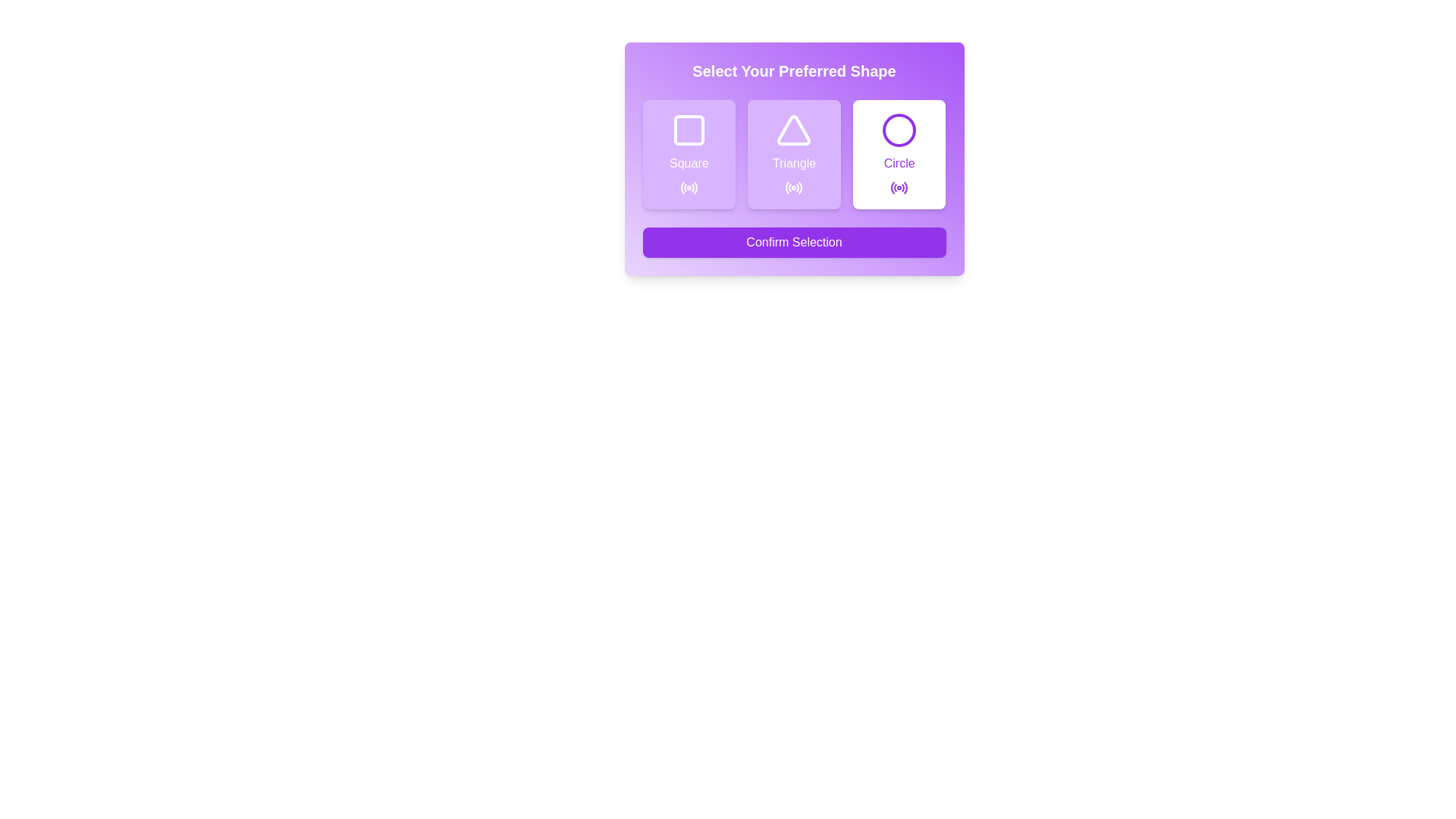 The image size is (1456, 819). What do you see at coordinates (793, 130) in the screenshot?
I see `the 'Triangle' SVG icon in the selector interface to indicate focus` at bounding box center [793, 130].